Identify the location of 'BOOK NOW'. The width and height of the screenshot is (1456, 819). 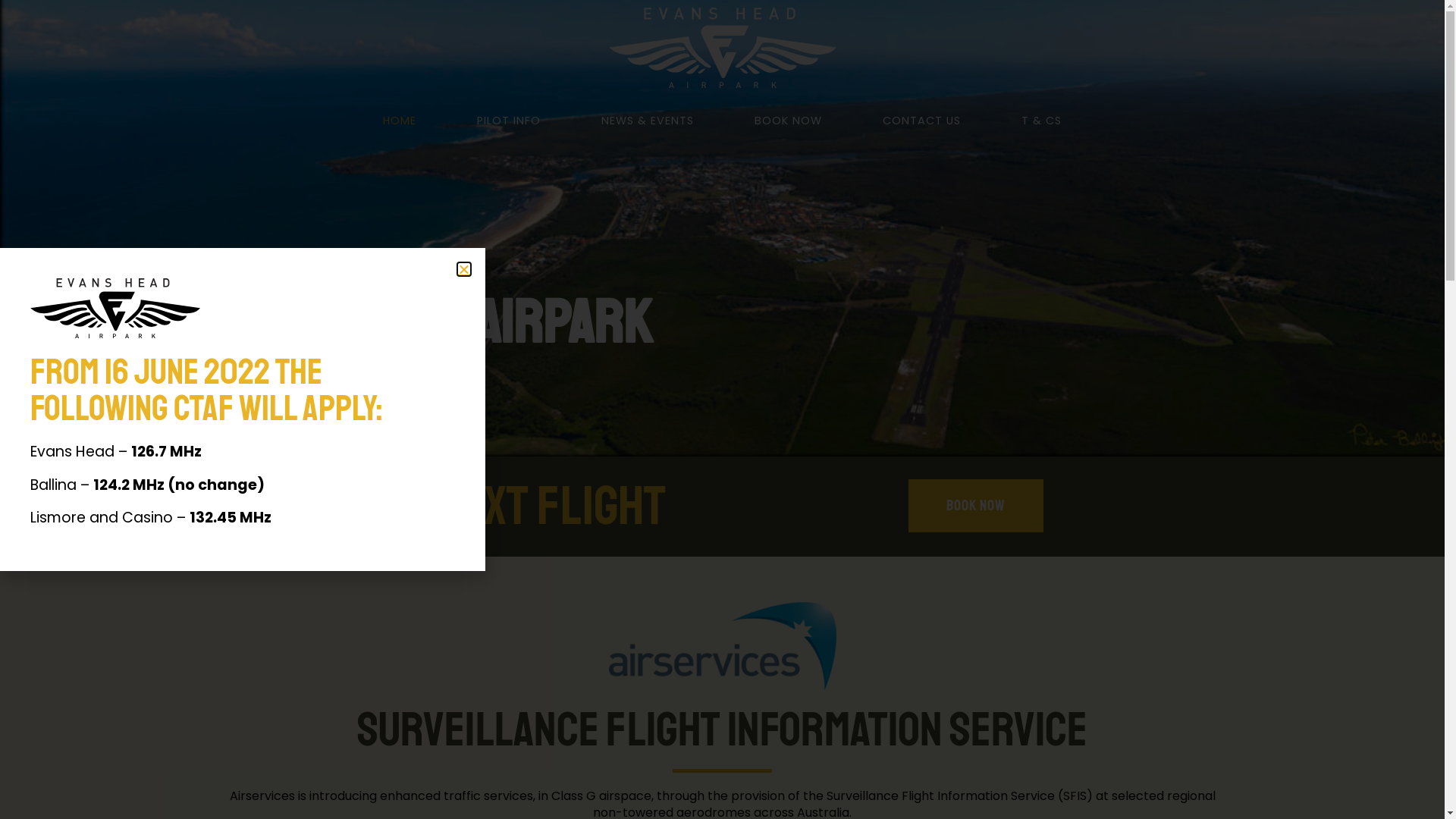
(788, 119).